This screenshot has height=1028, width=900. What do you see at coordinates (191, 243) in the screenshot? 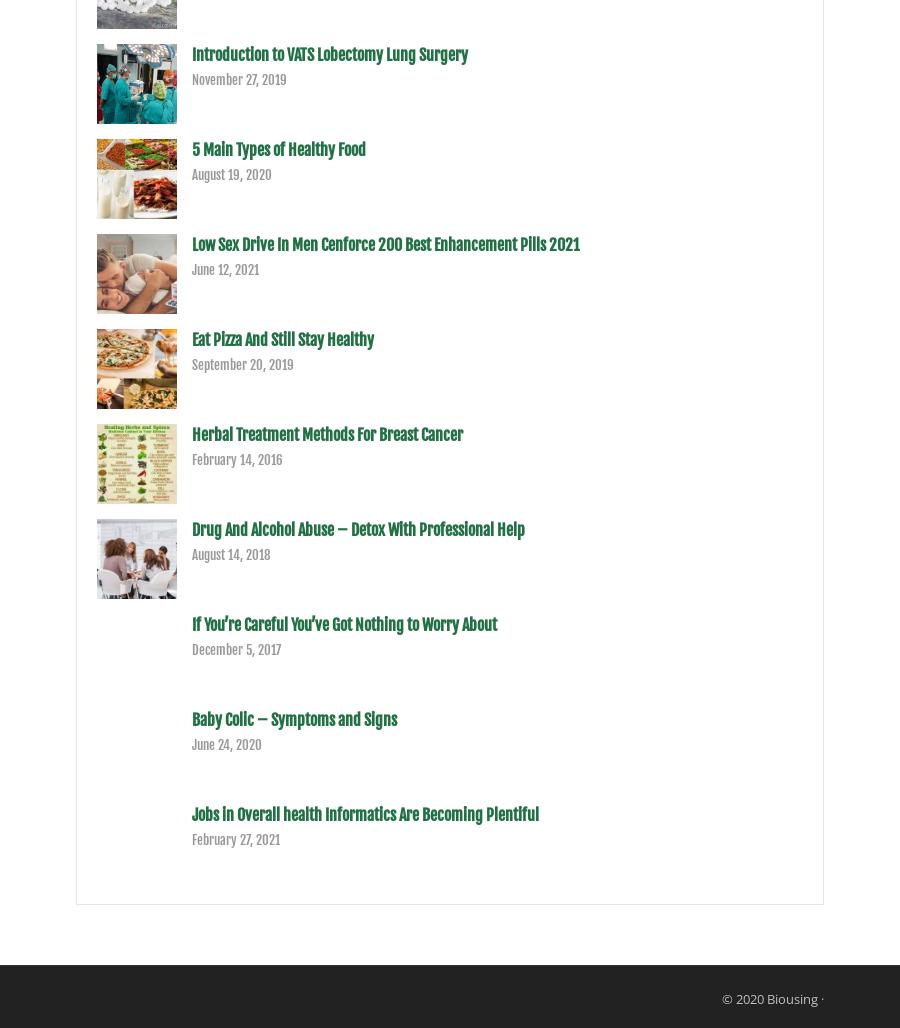
I see `'Low Sex Drive In Men Cenforce 200 Best Enhancement Pills 2021'` at bounding box center [191, 243].